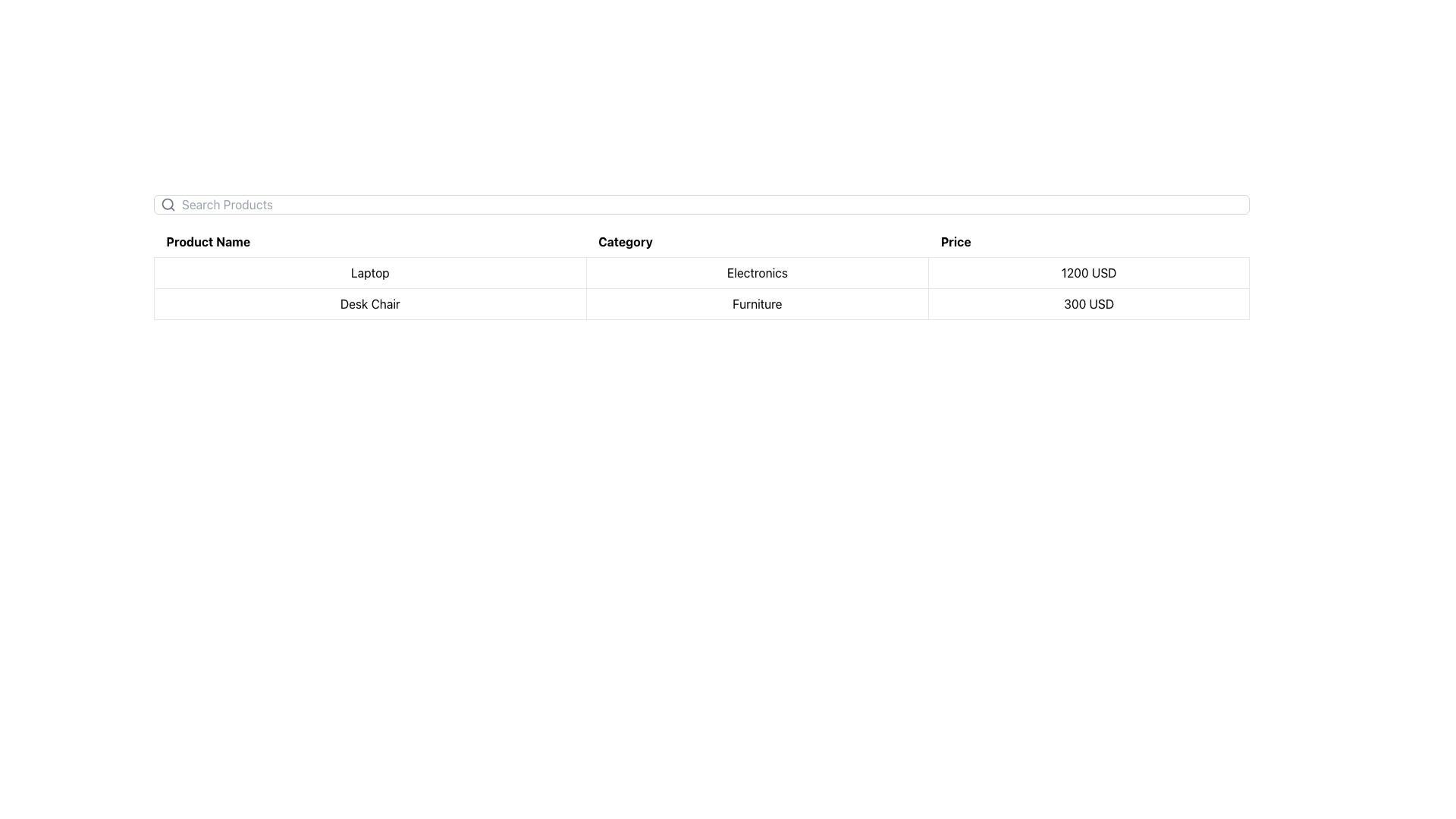  I want to click on the text label displaying '300 USD' in black font, which is the third item in the Price column of a two-row table, so click(1088, 304).